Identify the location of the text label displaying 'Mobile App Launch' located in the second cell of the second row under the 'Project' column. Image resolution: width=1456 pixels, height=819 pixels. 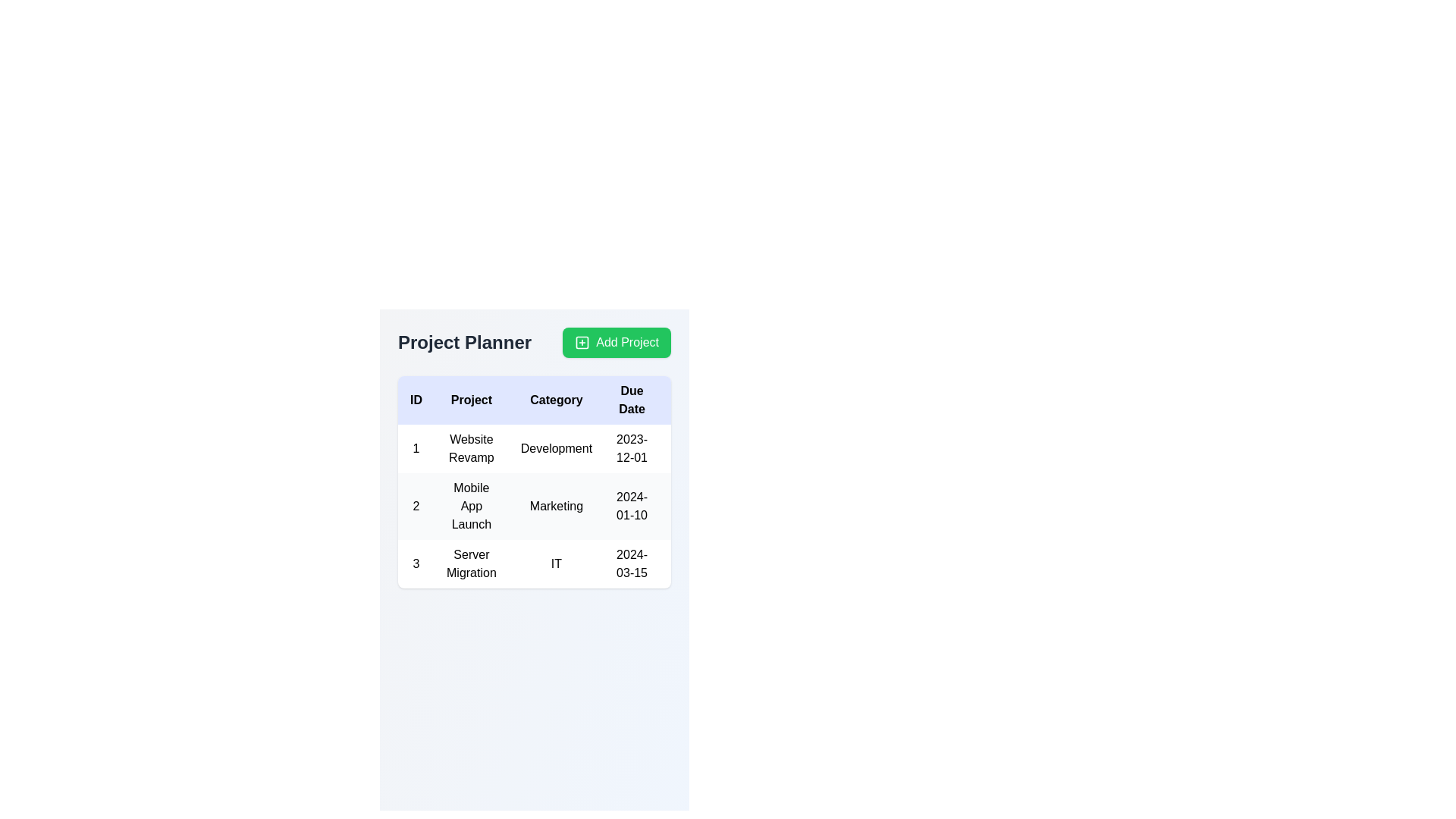
(470, 506).